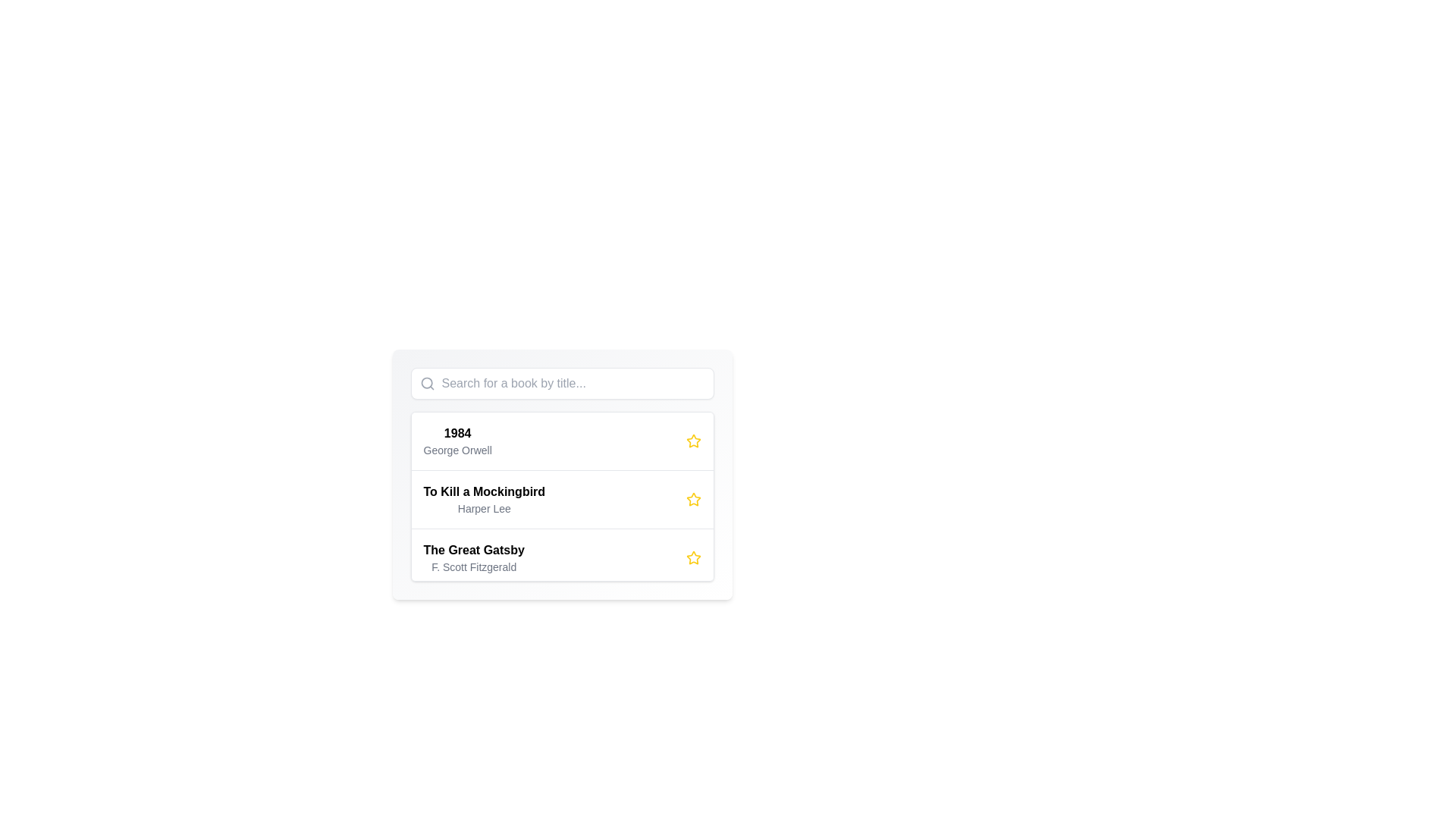 Image resolution: width=1456 pixels, height=819 pixels. Describe the element at coordinates (425, 382) in the screenshot. I see `the circular part of the search icon, which enhances the user interface for the adjacent search input field` at that location.